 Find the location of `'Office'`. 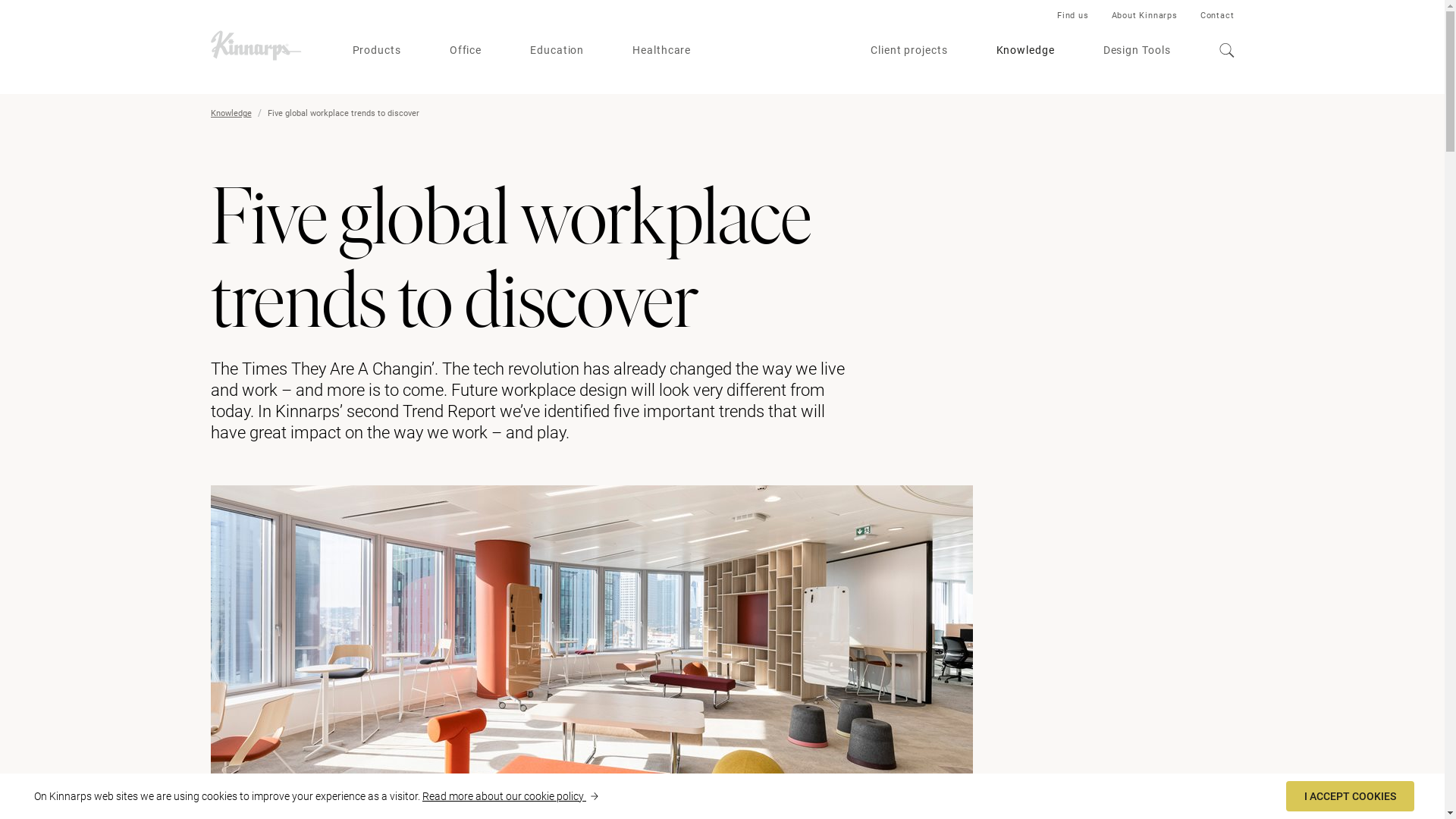

'Office' is located at coordinates (465, 49).